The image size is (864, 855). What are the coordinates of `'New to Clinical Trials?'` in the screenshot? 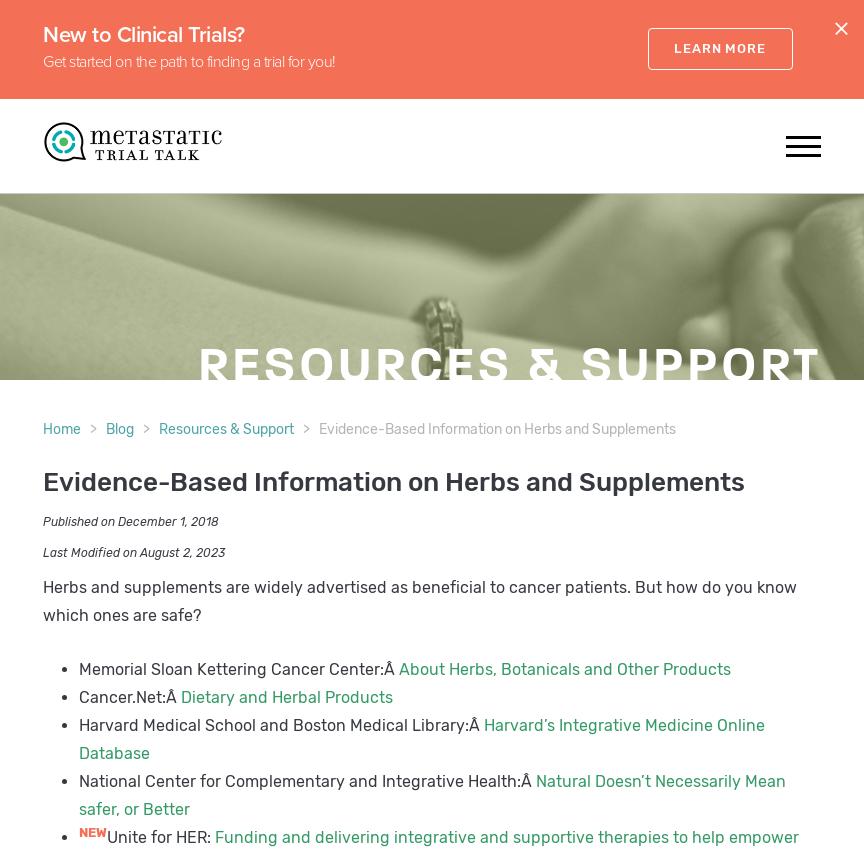 It's located at (142, 33).